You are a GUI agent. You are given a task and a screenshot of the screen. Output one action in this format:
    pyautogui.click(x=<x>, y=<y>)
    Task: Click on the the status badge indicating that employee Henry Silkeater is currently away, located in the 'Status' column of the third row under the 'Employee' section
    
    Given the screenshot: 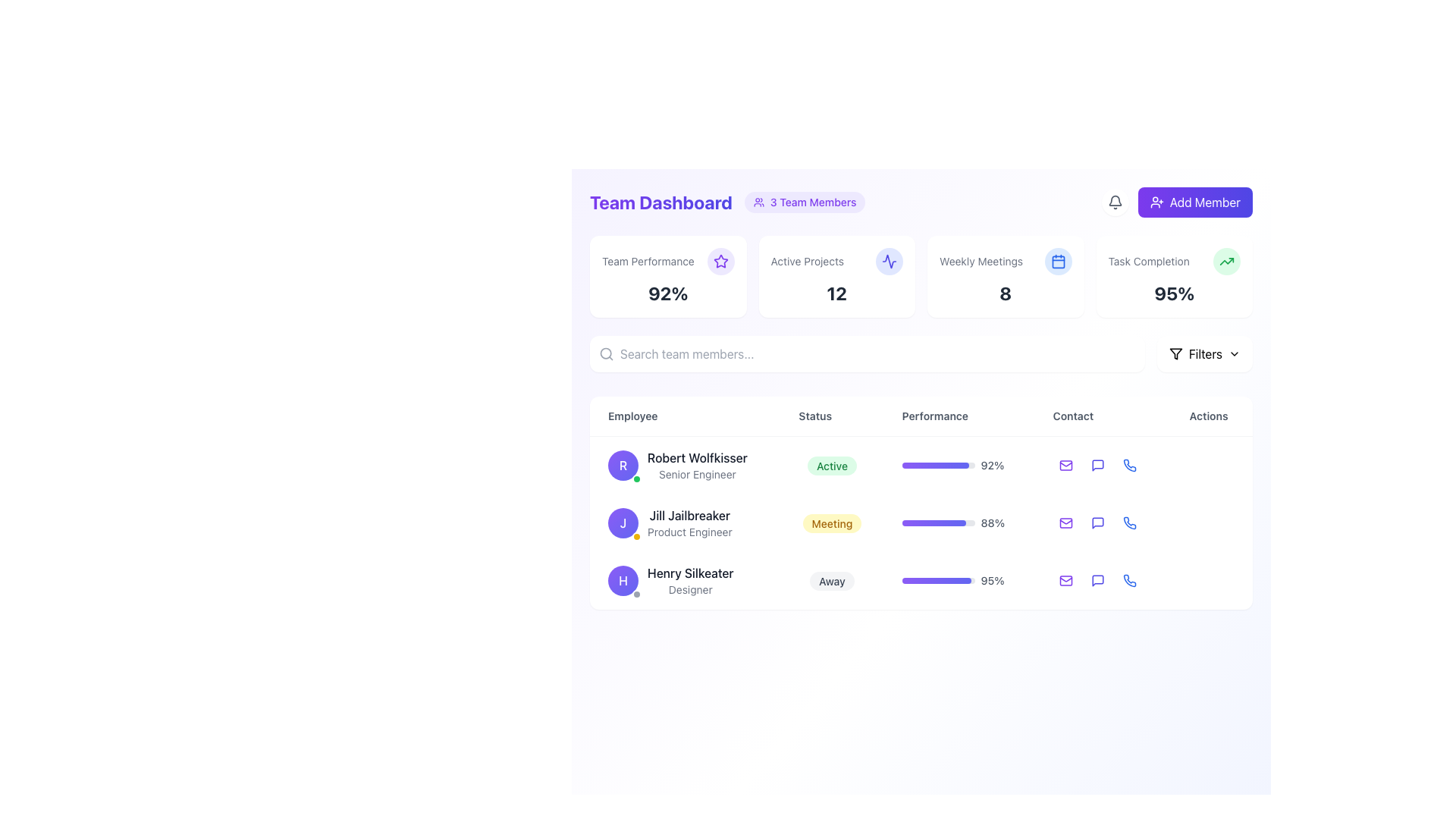 What is the action you would take?
    pyautogui.click(x=831, y=580)
    